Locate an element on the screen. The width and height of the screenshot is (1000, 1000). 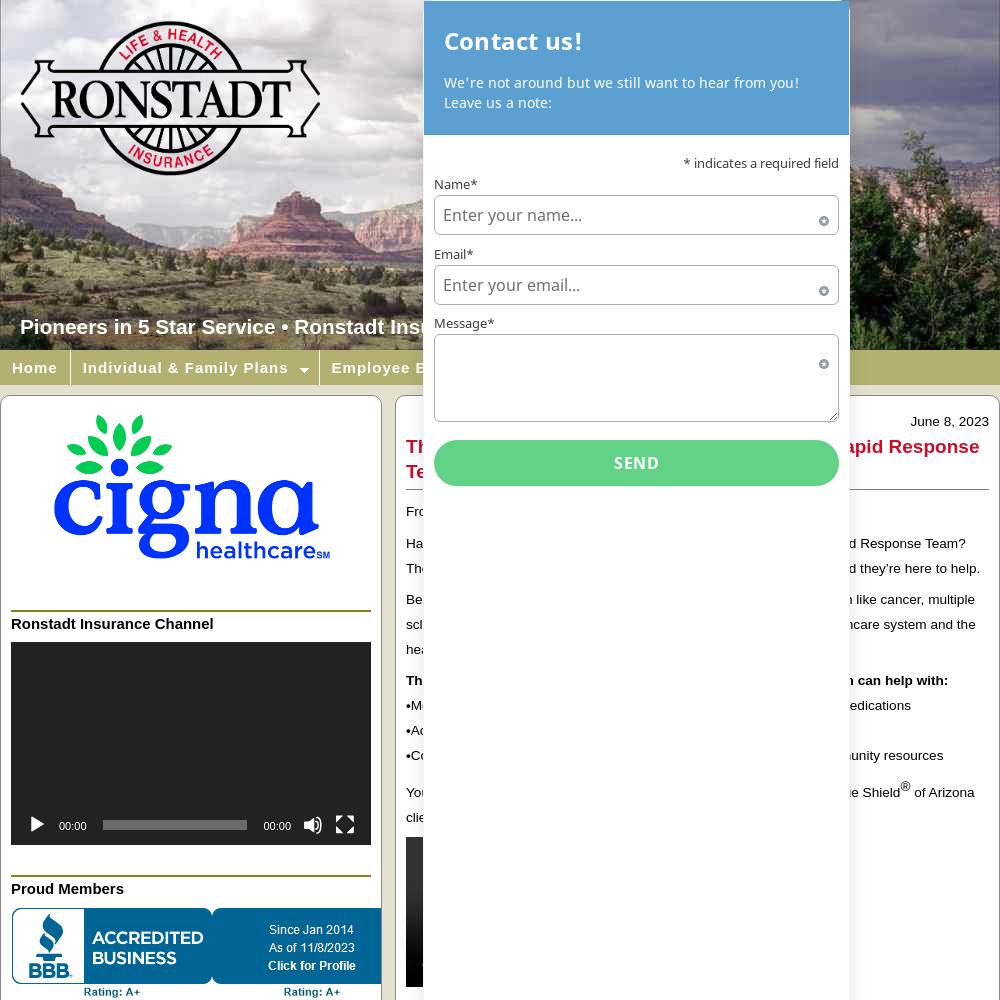
'You can learn more about this program and what it offers Blue Cross' is located at coordinates (610, 791).